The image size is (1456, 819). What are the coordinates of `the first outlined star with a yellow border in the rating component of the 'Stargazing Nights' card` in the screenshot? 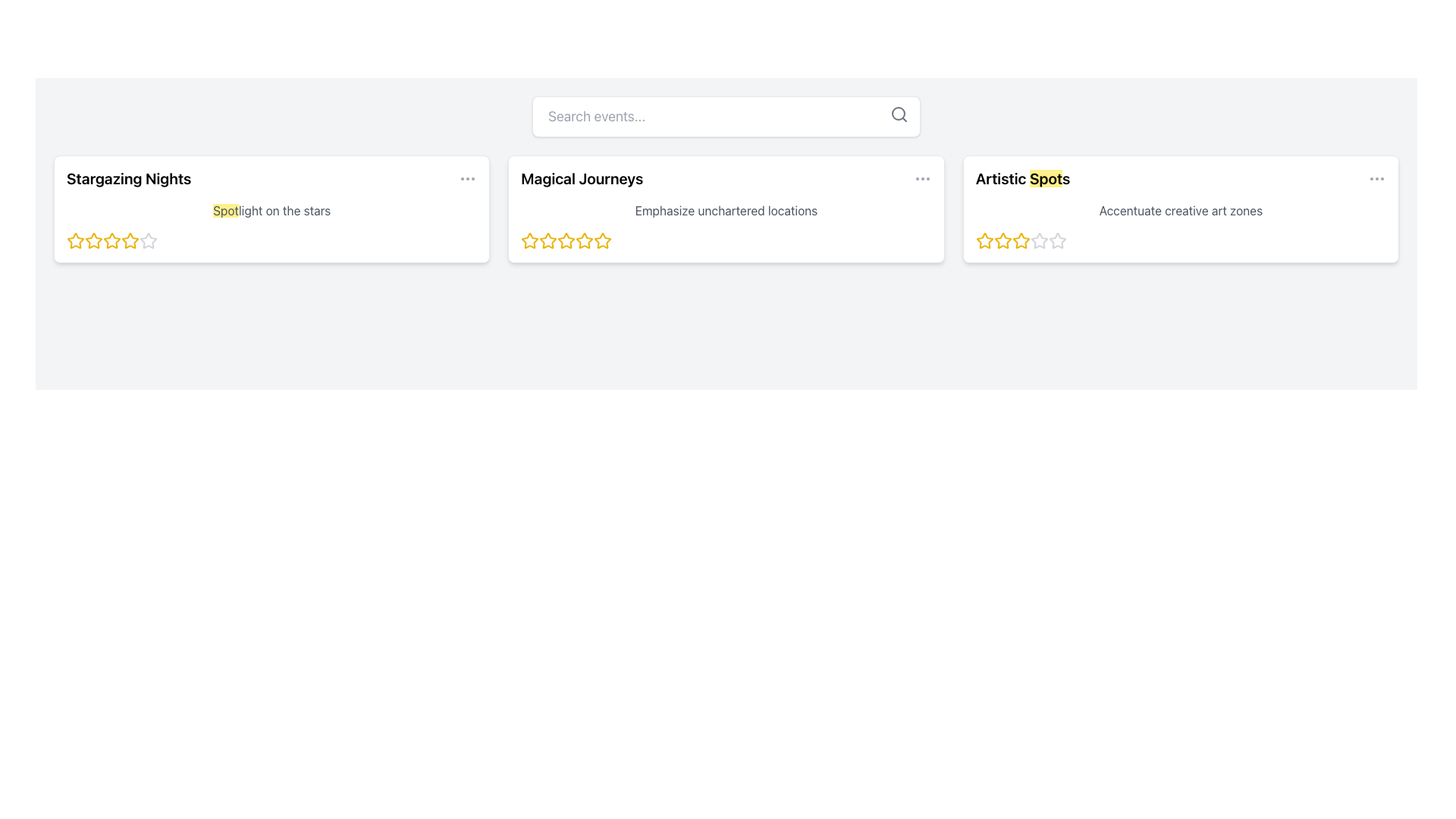 It's located at (75, 240).